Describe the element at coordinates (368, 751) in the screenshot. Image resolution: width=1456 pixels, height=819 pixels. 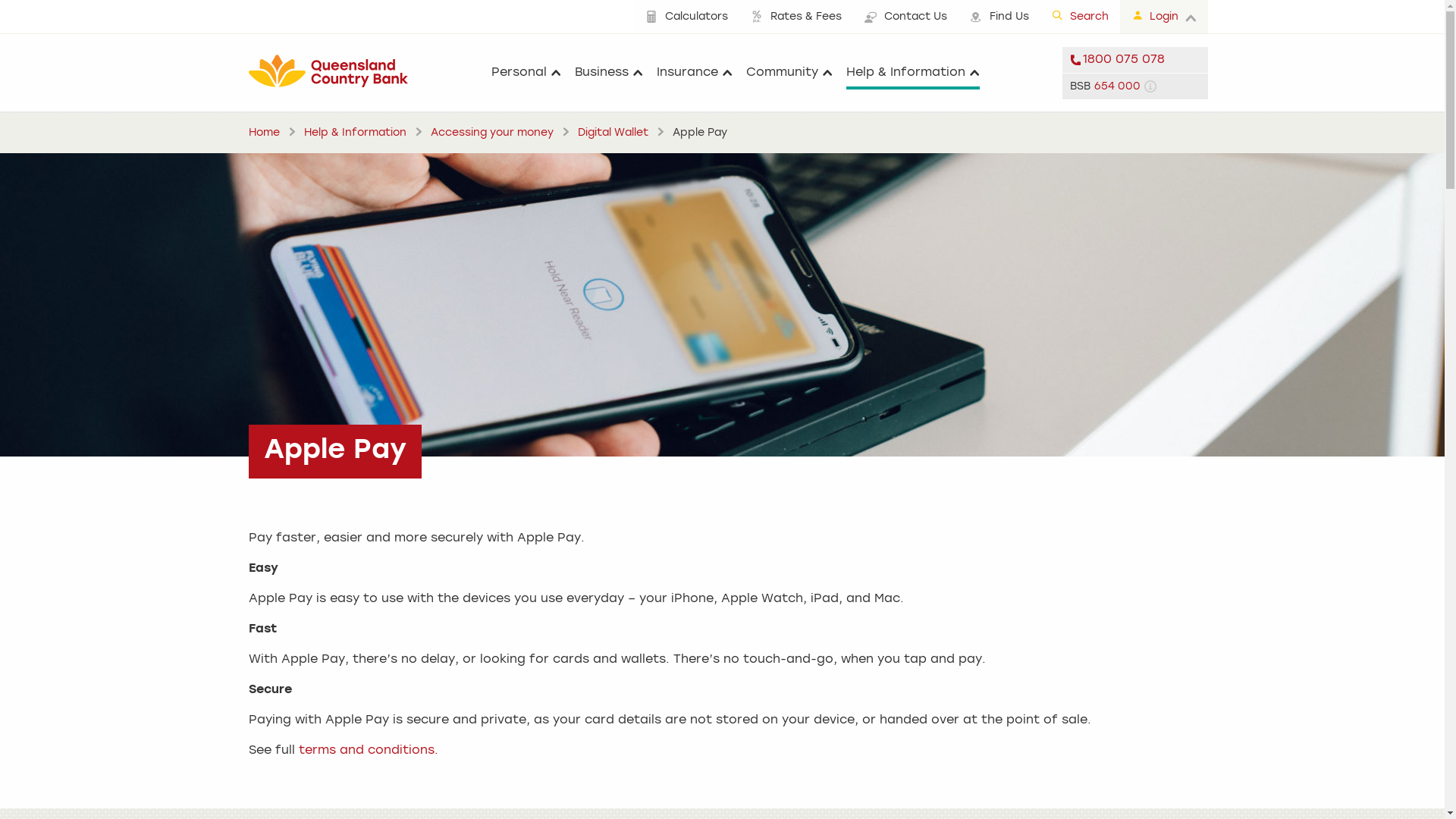
I see `'terms and conditions.'` at that location.